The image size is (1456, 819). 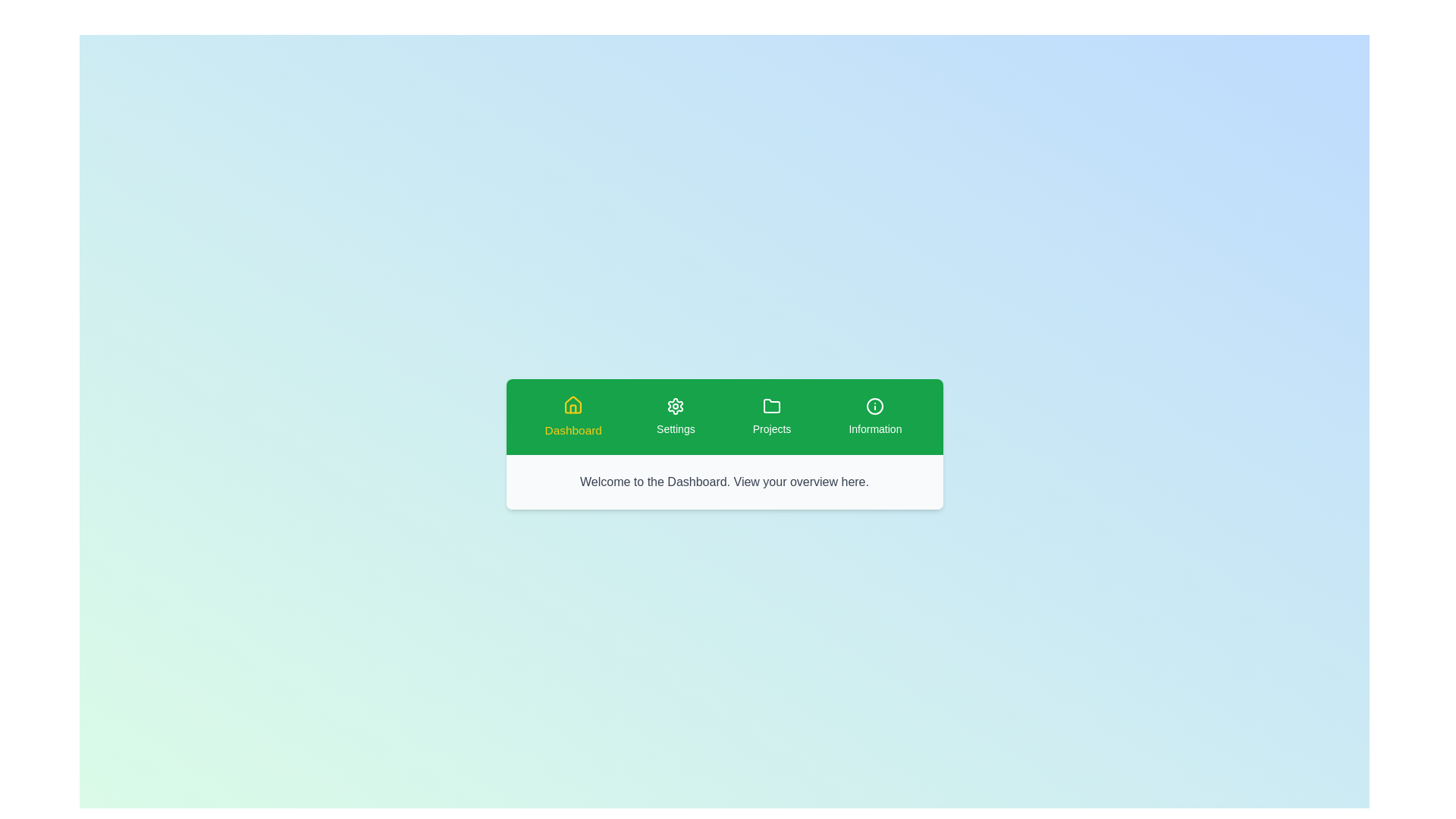 I want to click on the tab button labeled Projects to activate it, so click(x=771, y=417).